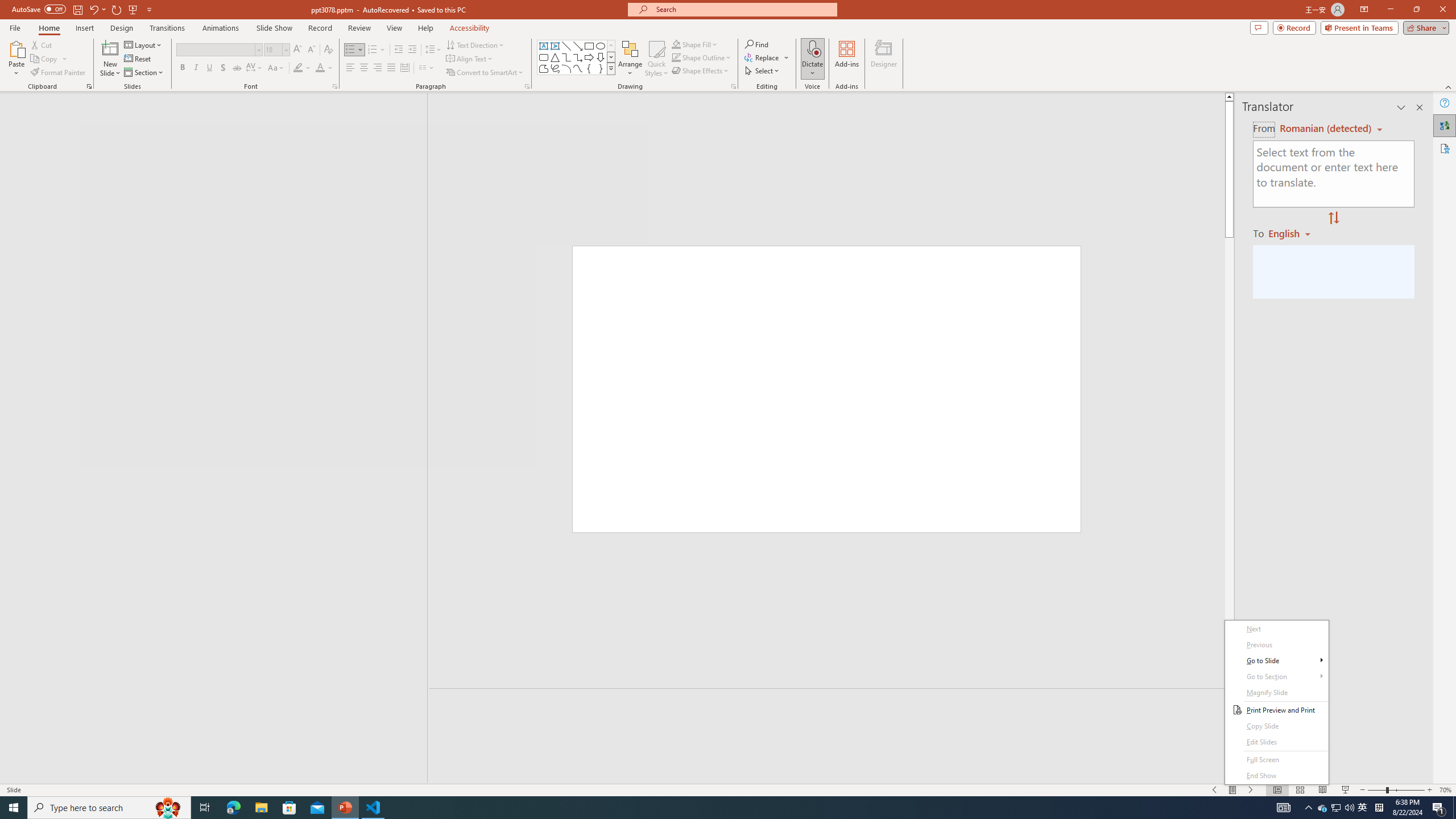  What do you see at coordinates (1277, 760) in the screenshot?
I see `'Full Screen'` at bounding box center [1277, 760].